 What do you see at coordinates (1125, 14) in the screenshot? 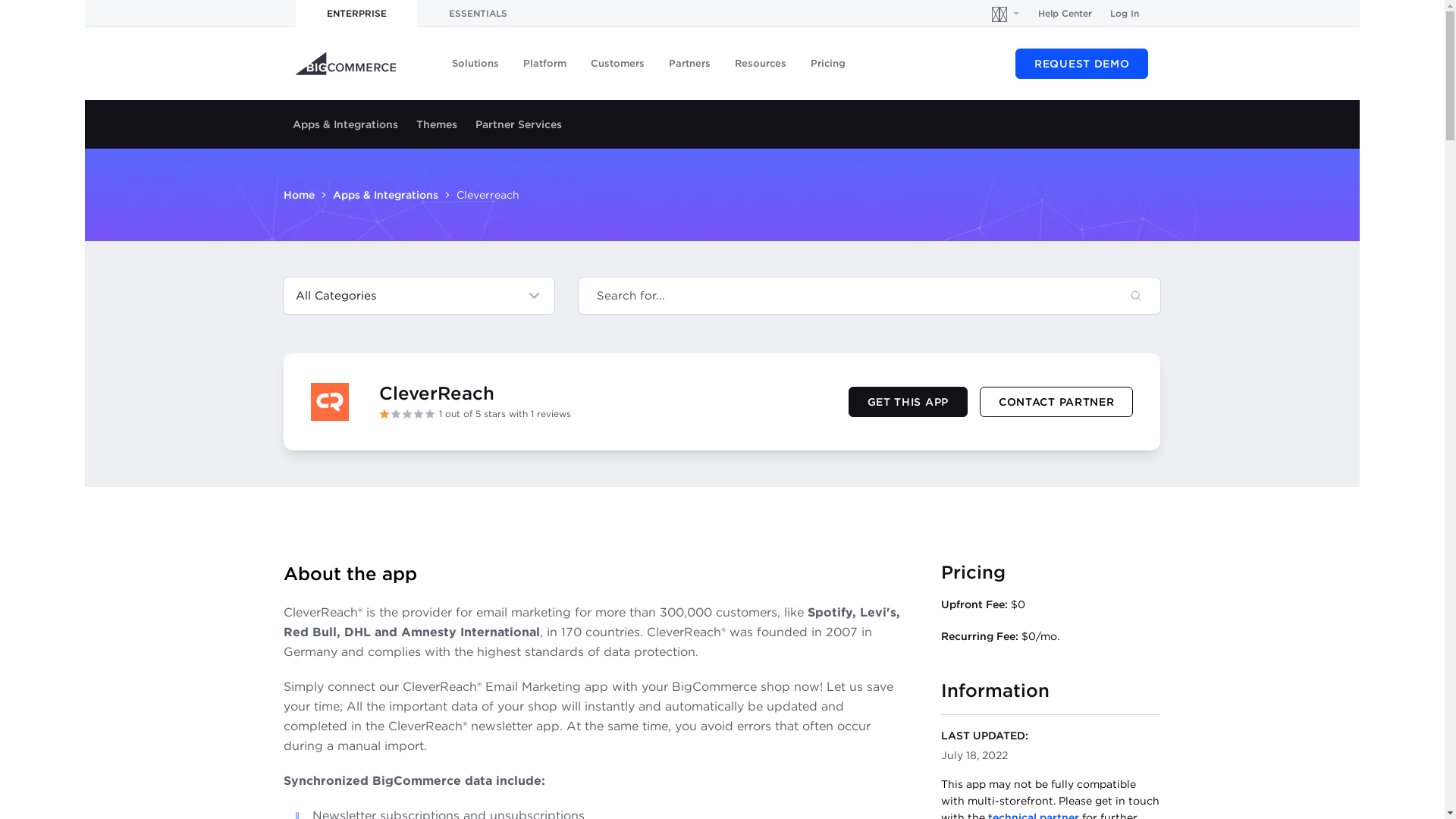
I see `'Log In'` at bounding box center [1125, 14].